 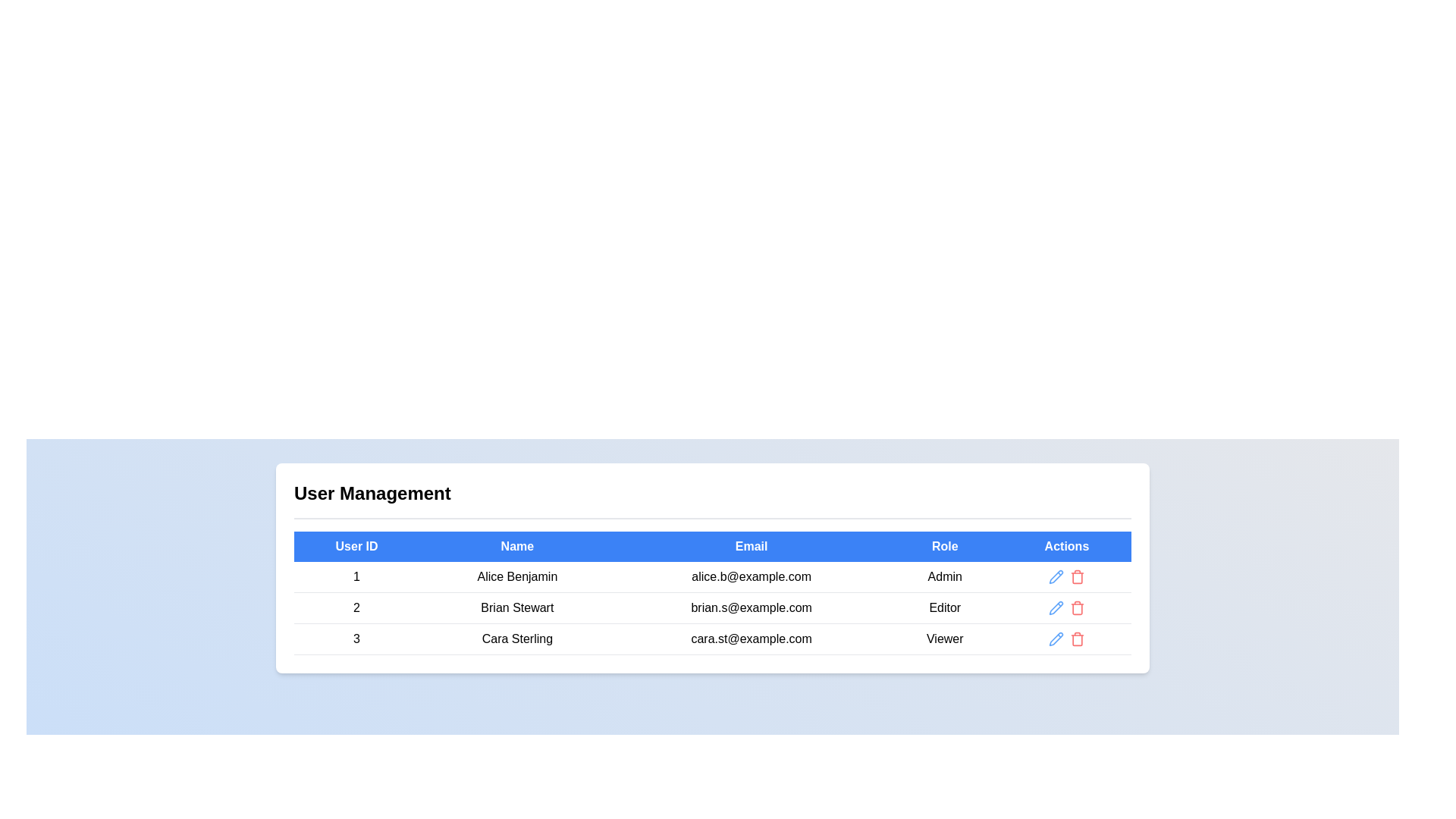 What do you see at coordinates (1076, 576) in the screenshot?
I see `the delete button located in the last column of the first row under the 'Actions' header, which is the second button in the group` at bounding box center [1076, 576].